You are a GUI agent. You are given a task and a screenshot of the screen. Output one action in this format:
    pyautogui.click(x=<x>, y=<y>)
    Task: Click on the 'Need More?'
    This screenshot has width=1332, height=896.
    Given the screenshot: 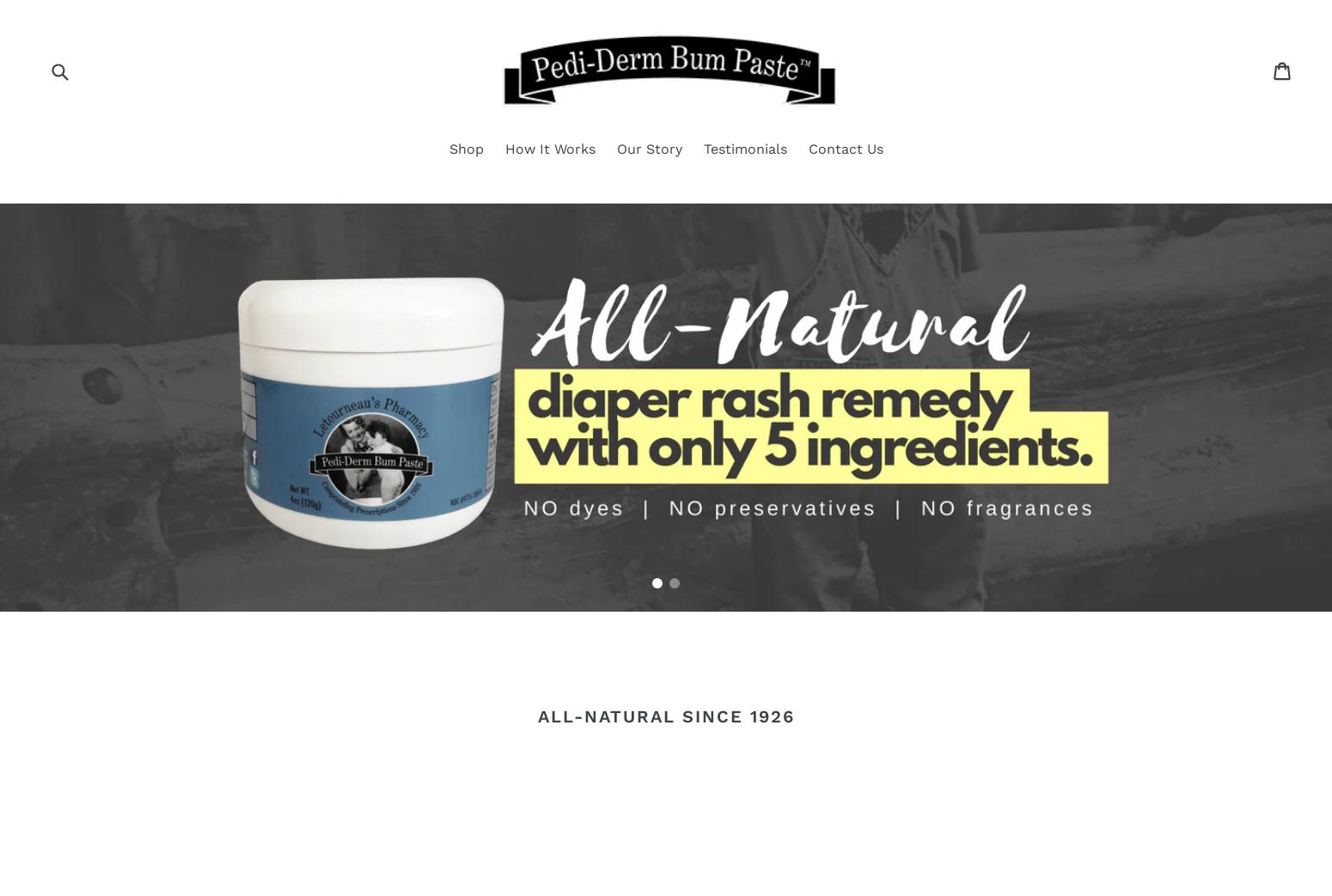 What is the action you would take?
    pyautogui.click(x=666, y=396)
    